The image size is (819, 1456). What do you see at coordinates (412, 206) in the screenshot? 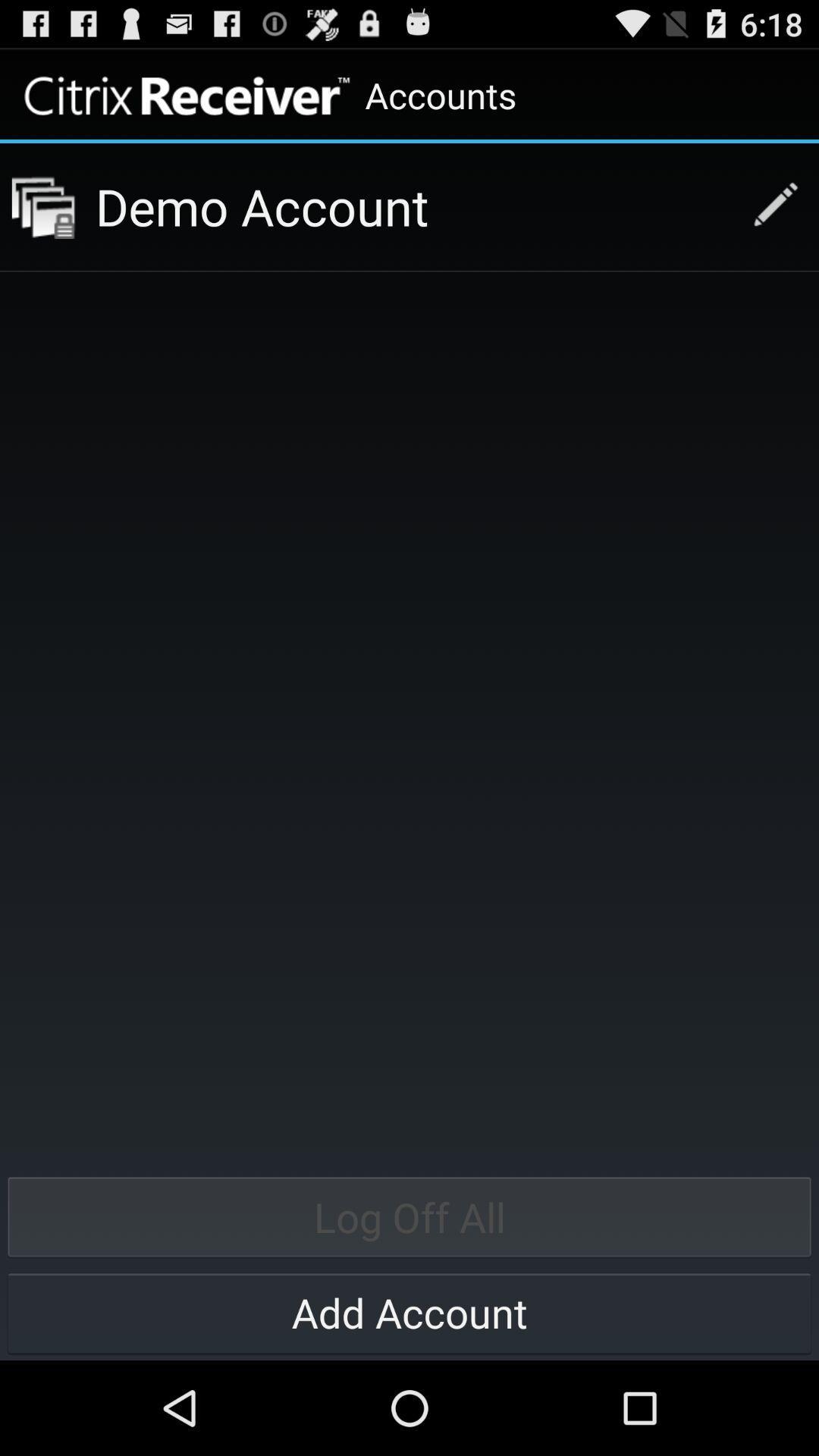
I see `demo account` at bounding box center [412, 206].